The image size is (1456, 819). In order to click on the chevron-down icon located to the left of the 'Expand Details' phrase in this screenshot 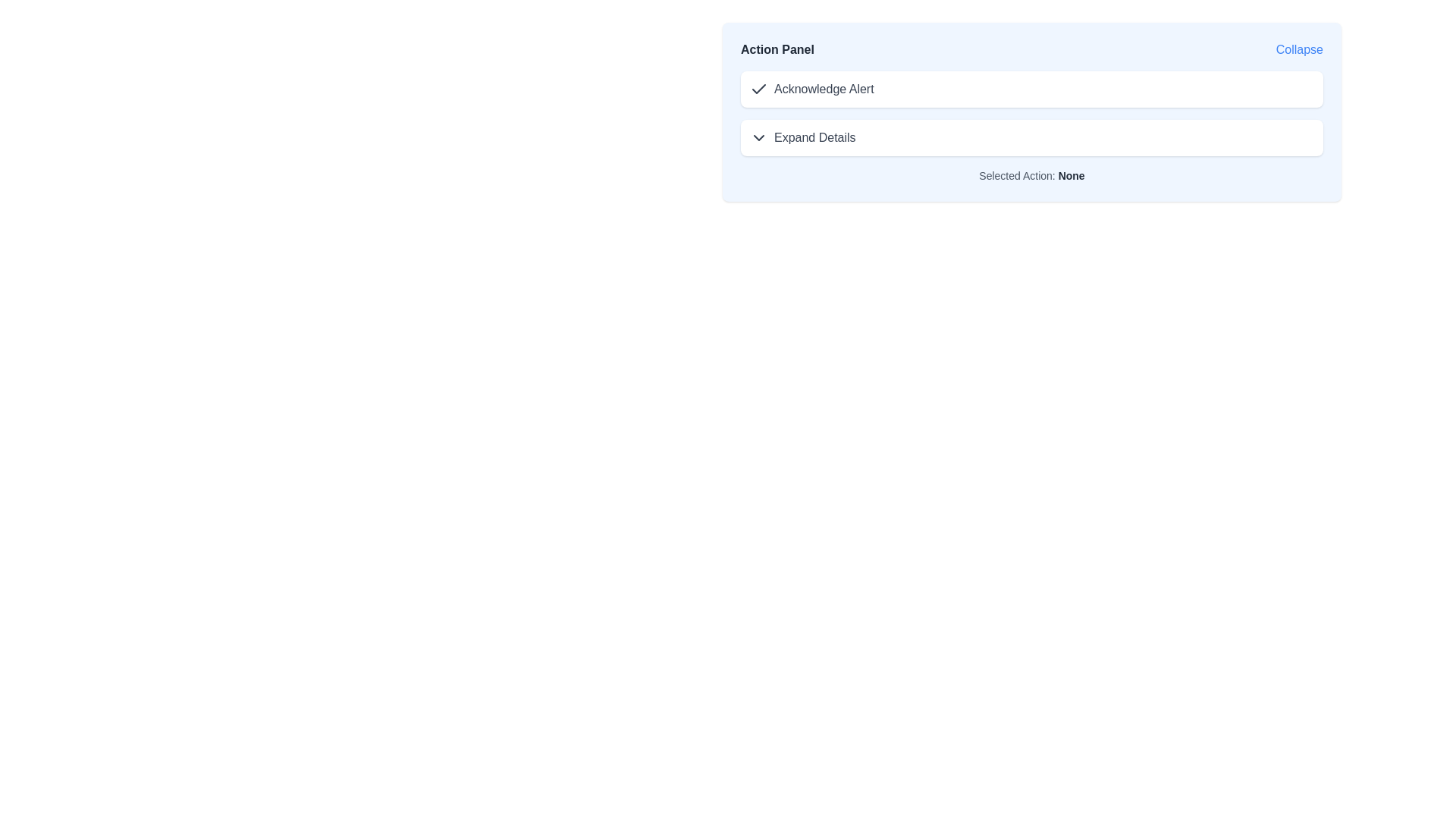, I will do `click(759, 137)`.